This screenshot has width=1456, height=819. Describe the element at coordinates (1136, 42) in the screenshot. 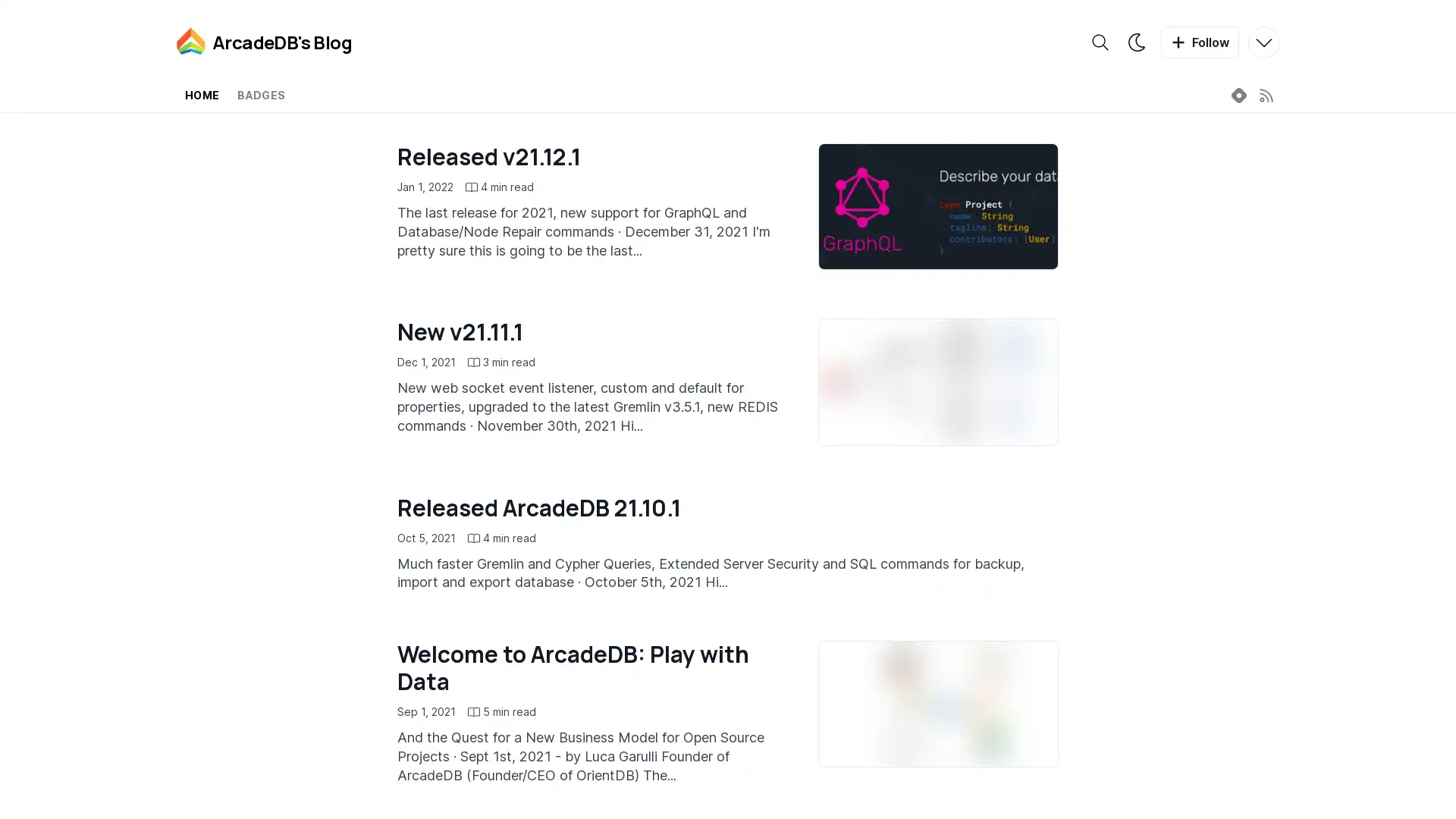

I see `Theme switcher` at that location.